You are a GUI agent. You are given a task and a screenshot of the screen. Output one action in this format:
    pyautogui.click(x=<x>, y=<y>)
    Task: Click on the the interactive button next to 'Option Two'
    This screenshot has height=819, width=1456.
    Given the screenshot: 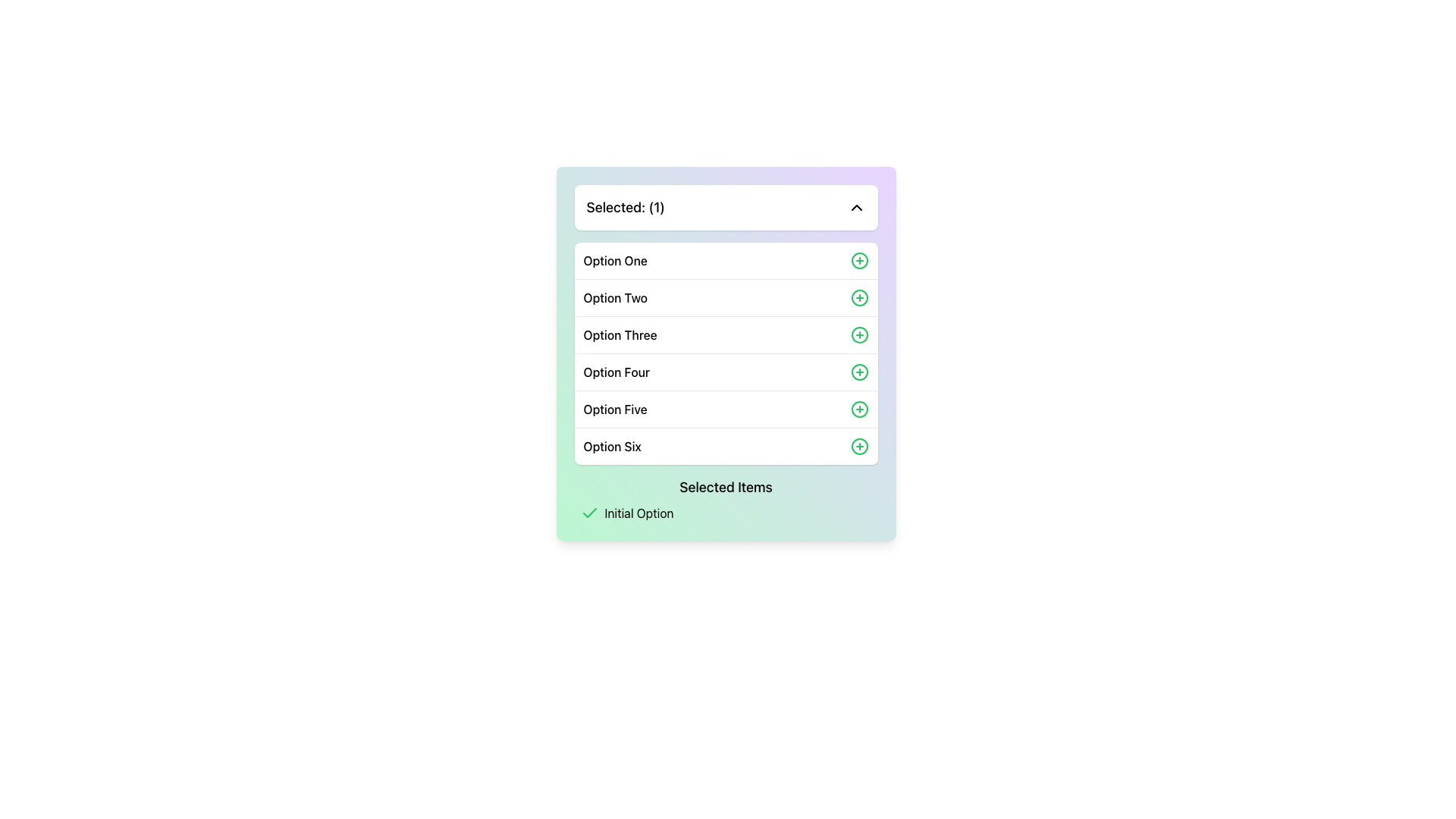 What is the action you would take?
    pyautogui.click(x=859, y=298)
    